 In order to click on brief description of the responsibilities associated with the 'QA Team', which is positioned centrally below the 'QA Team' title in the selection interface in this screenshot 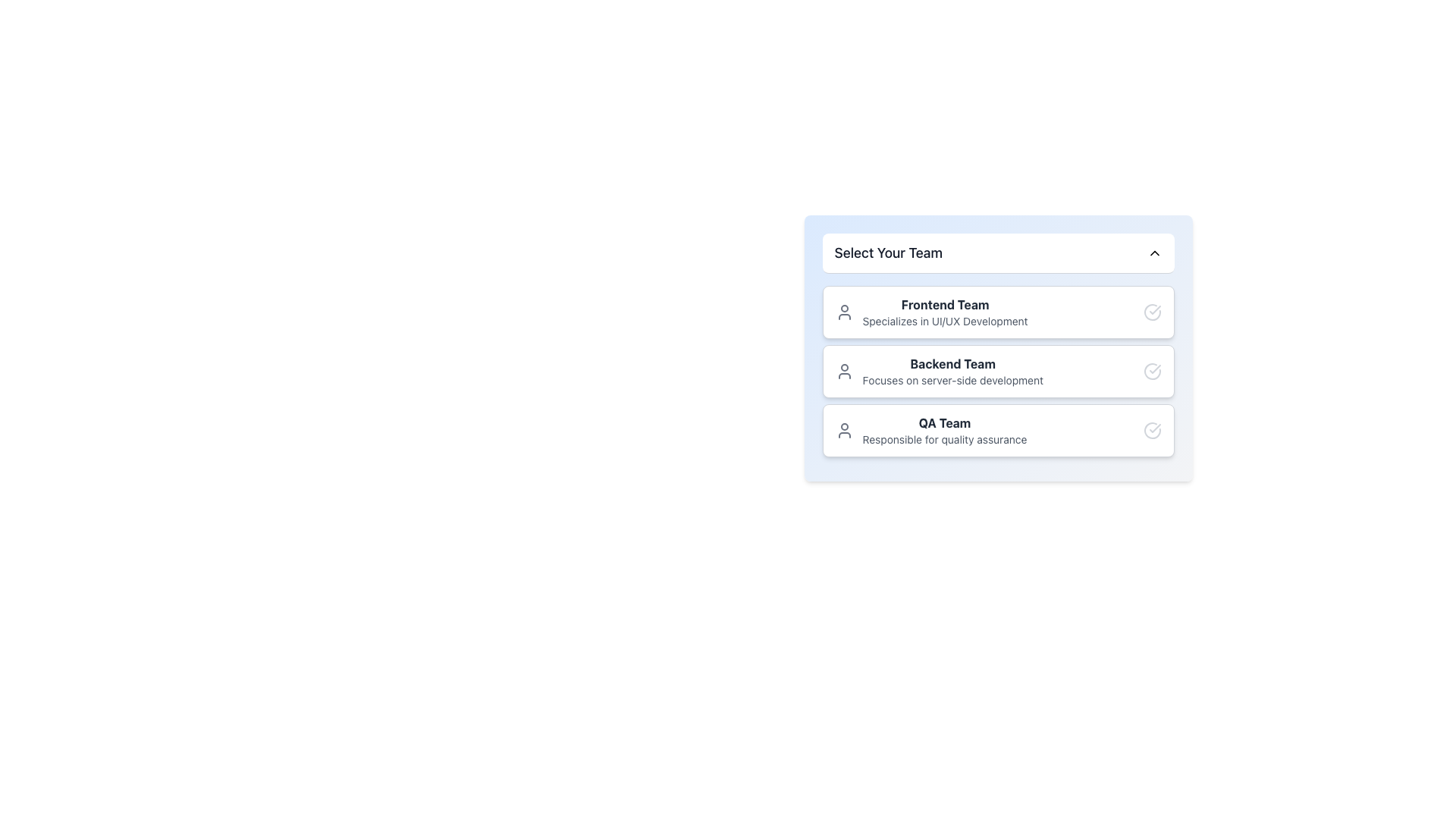, I will do `click(944, 439)`.